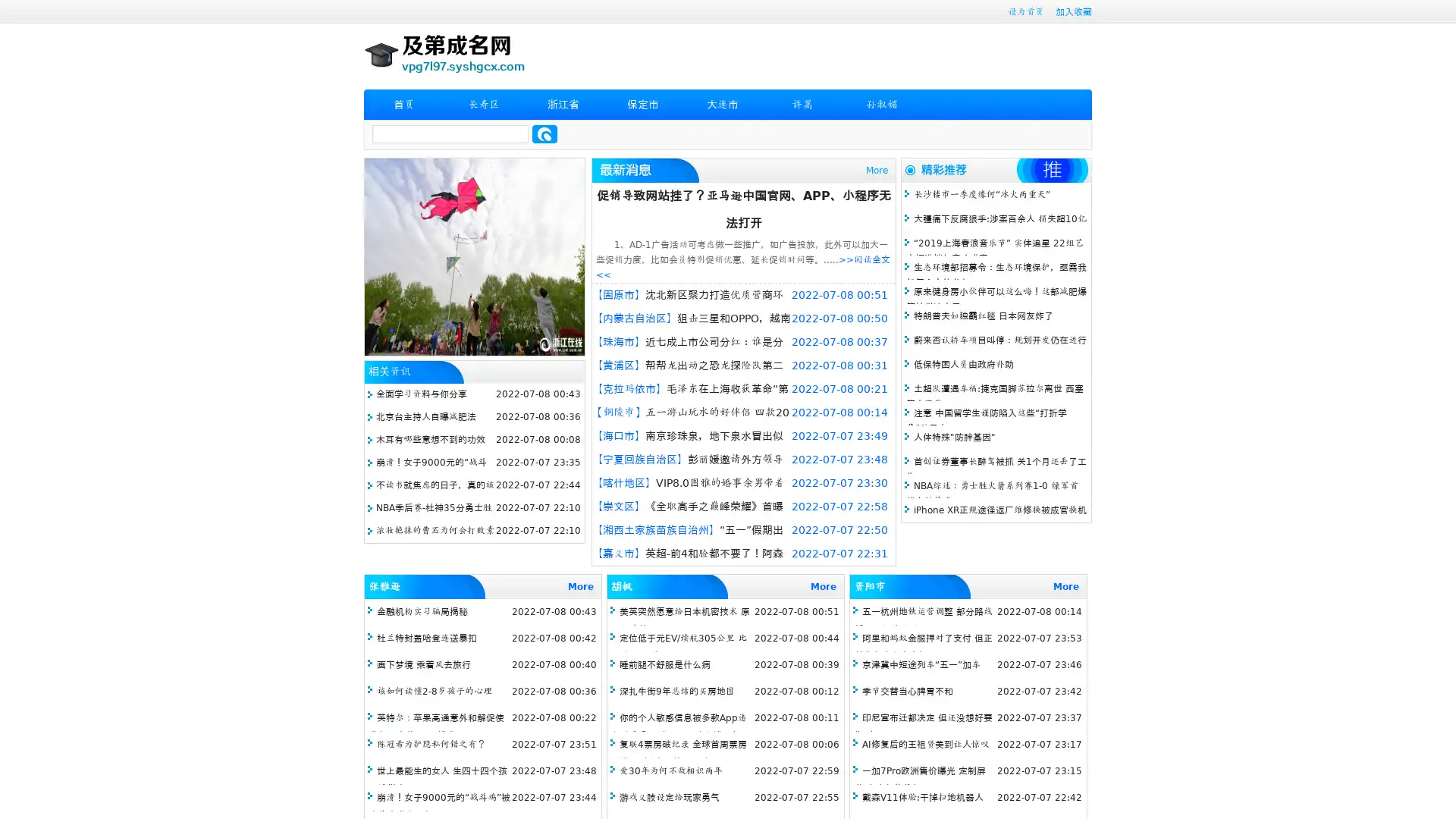  I want to click on Search, so click(544, 133).